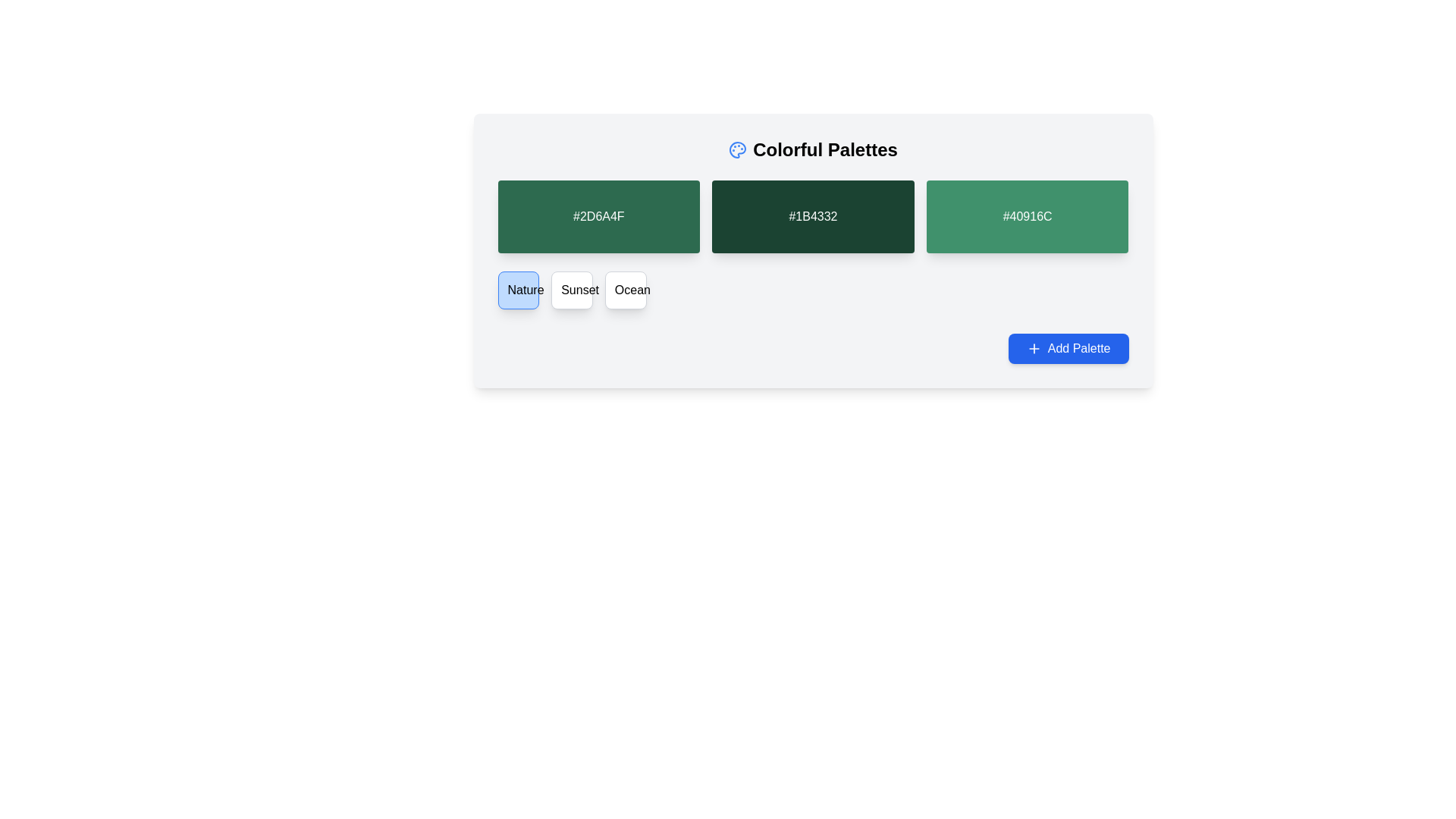 This screenshot has height=819, width=1456. I want to click on the color swatch tile labeled '#40916C' within the 'Colorful Palettes' section, so click(1028, 216).